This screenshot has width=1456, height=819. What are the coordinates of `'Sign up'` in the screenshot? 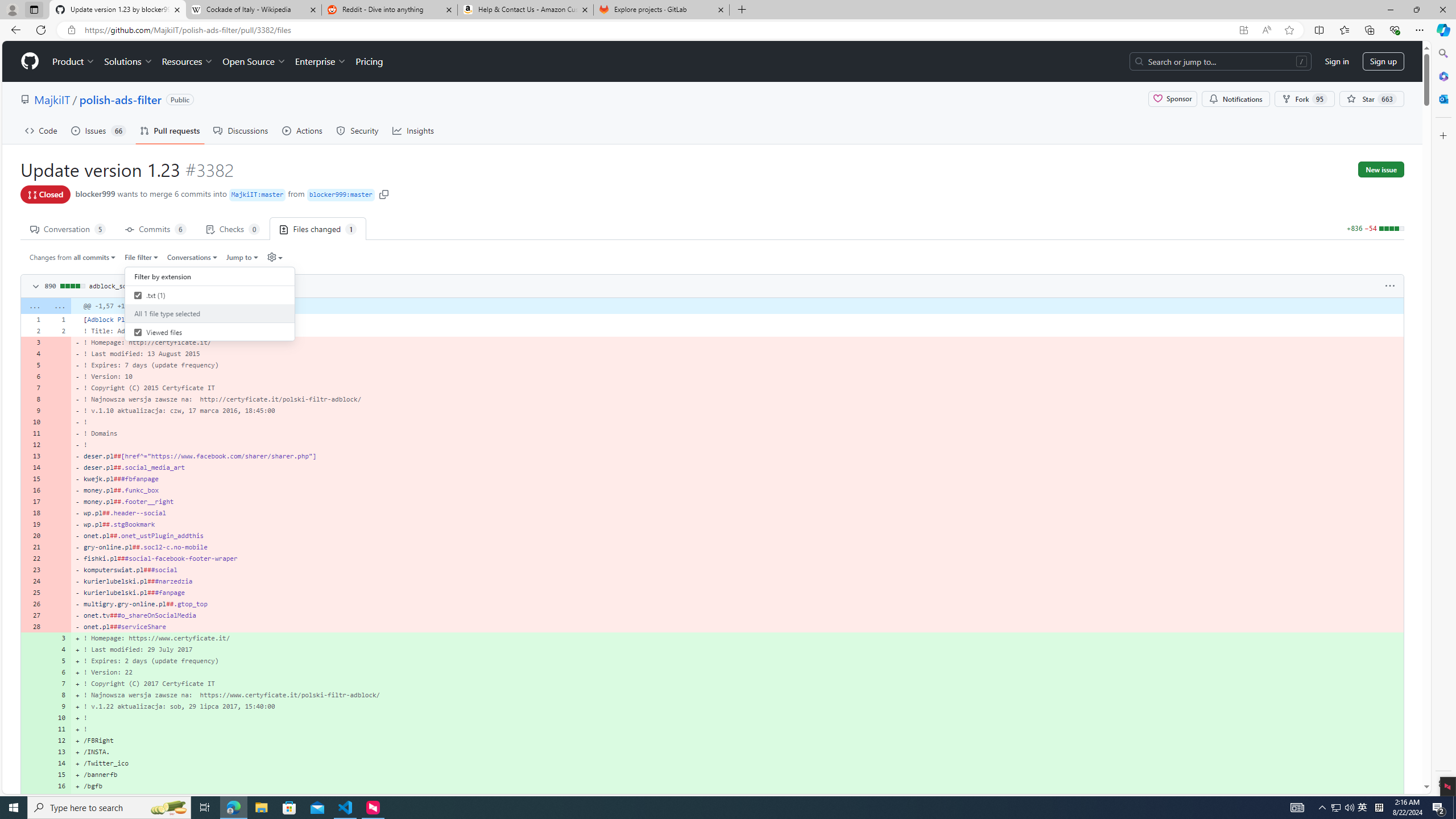 It's located at (1383, 61).